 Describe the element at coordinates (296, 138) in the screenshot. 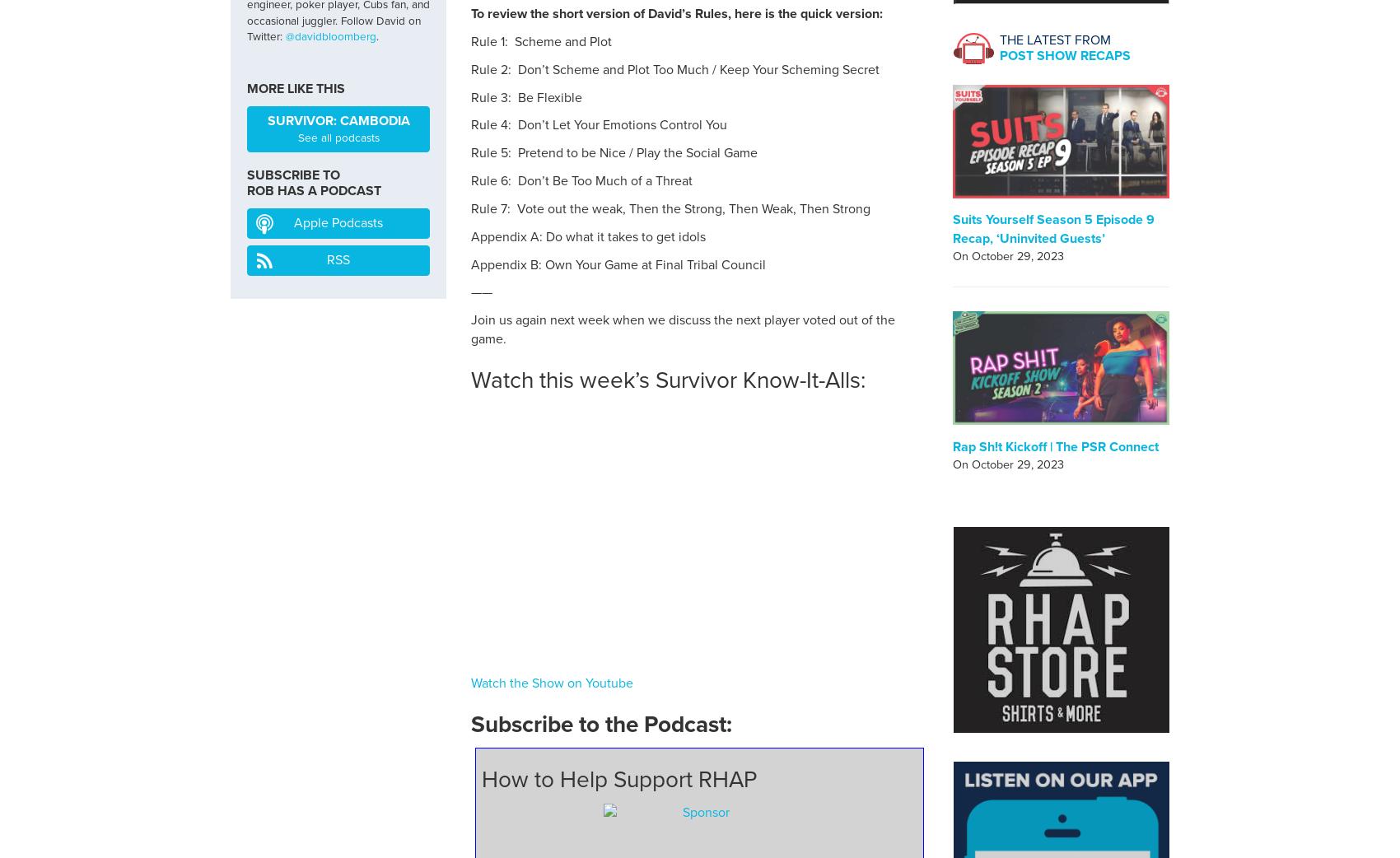

I see `'See all podcasts'` at that location.